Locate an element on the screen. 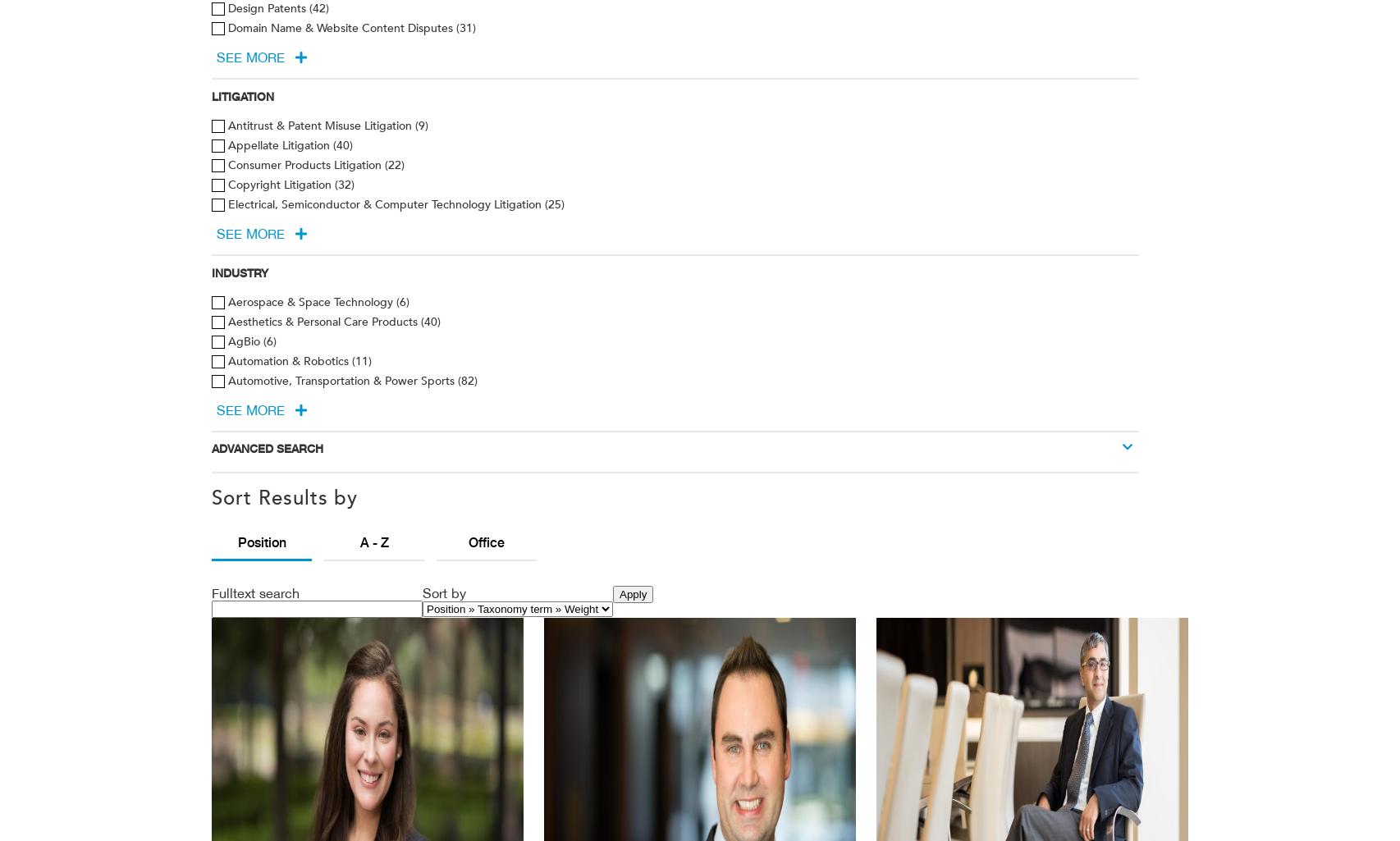  'Design Patents' is located at coordinates (228, 8).